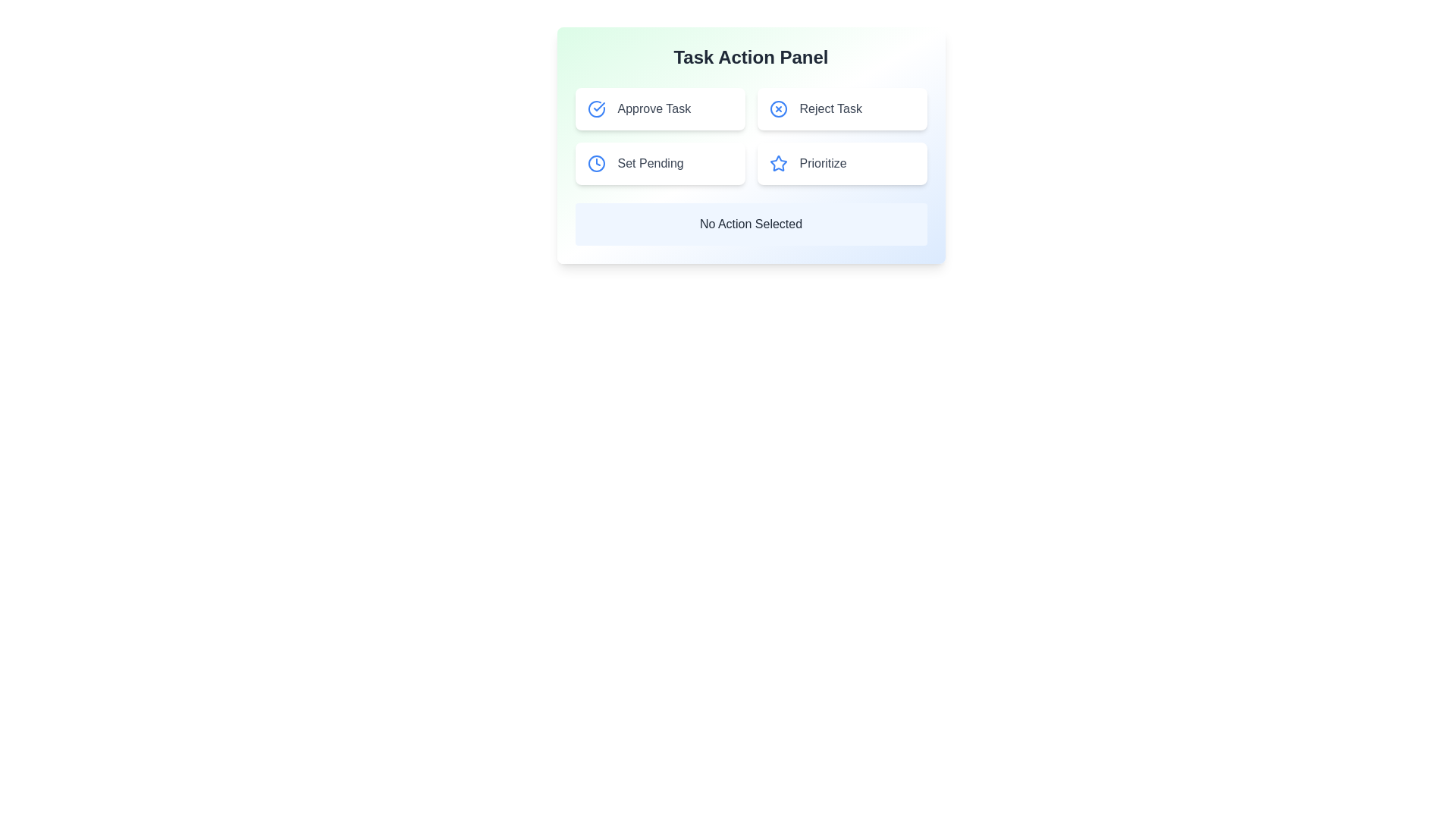 This screenshot has width=1456, height=819. I want to click on the task approval icon located within the 'Approve Task' button in the top-left section of the interface, so click(598, 106).